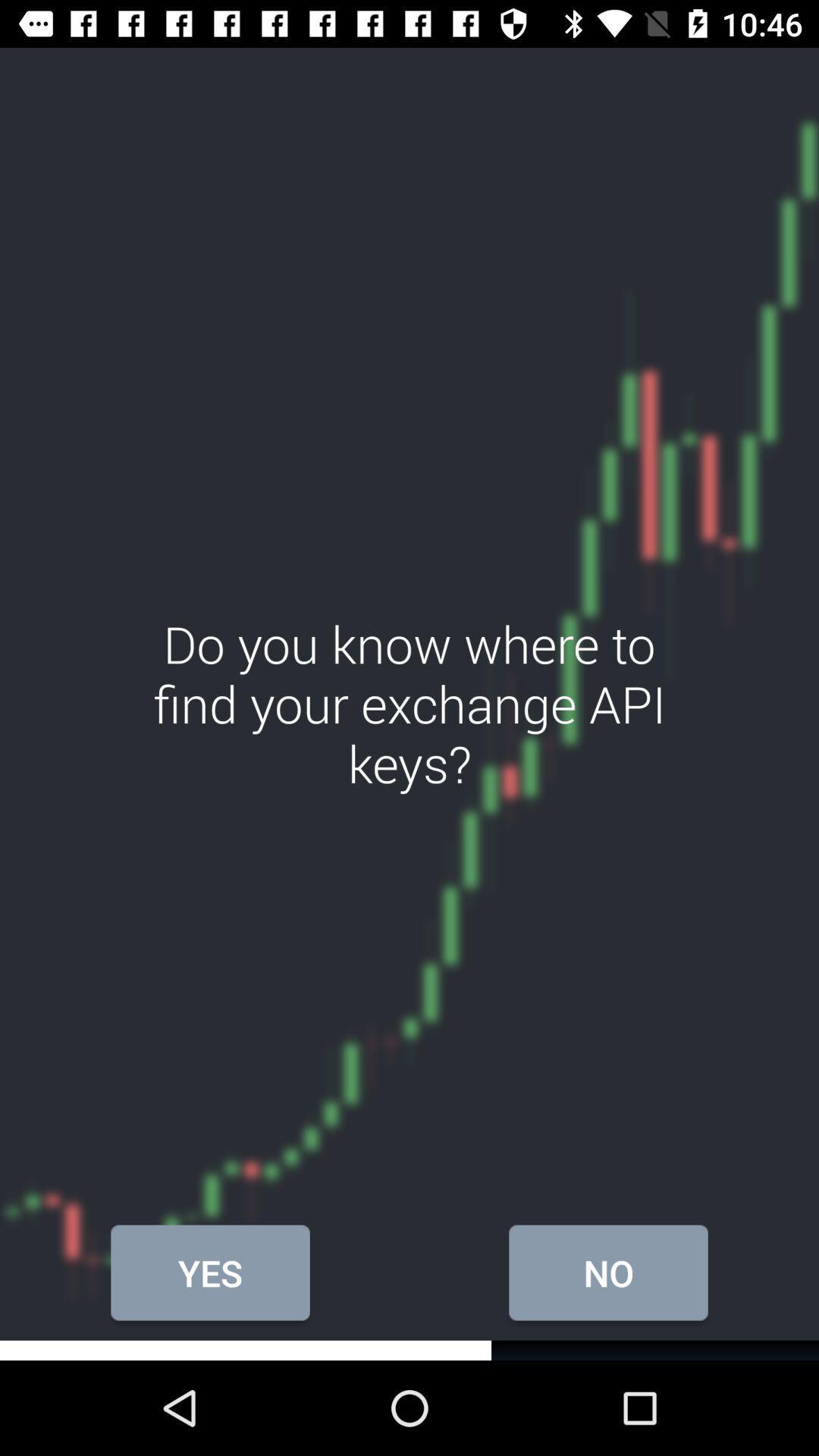 Image resolution: width=819 pixels, height=1456 pixels. Describe the element at coordinates (607, 1272) in the screenshot. I see `item next to the yes item` at that location.